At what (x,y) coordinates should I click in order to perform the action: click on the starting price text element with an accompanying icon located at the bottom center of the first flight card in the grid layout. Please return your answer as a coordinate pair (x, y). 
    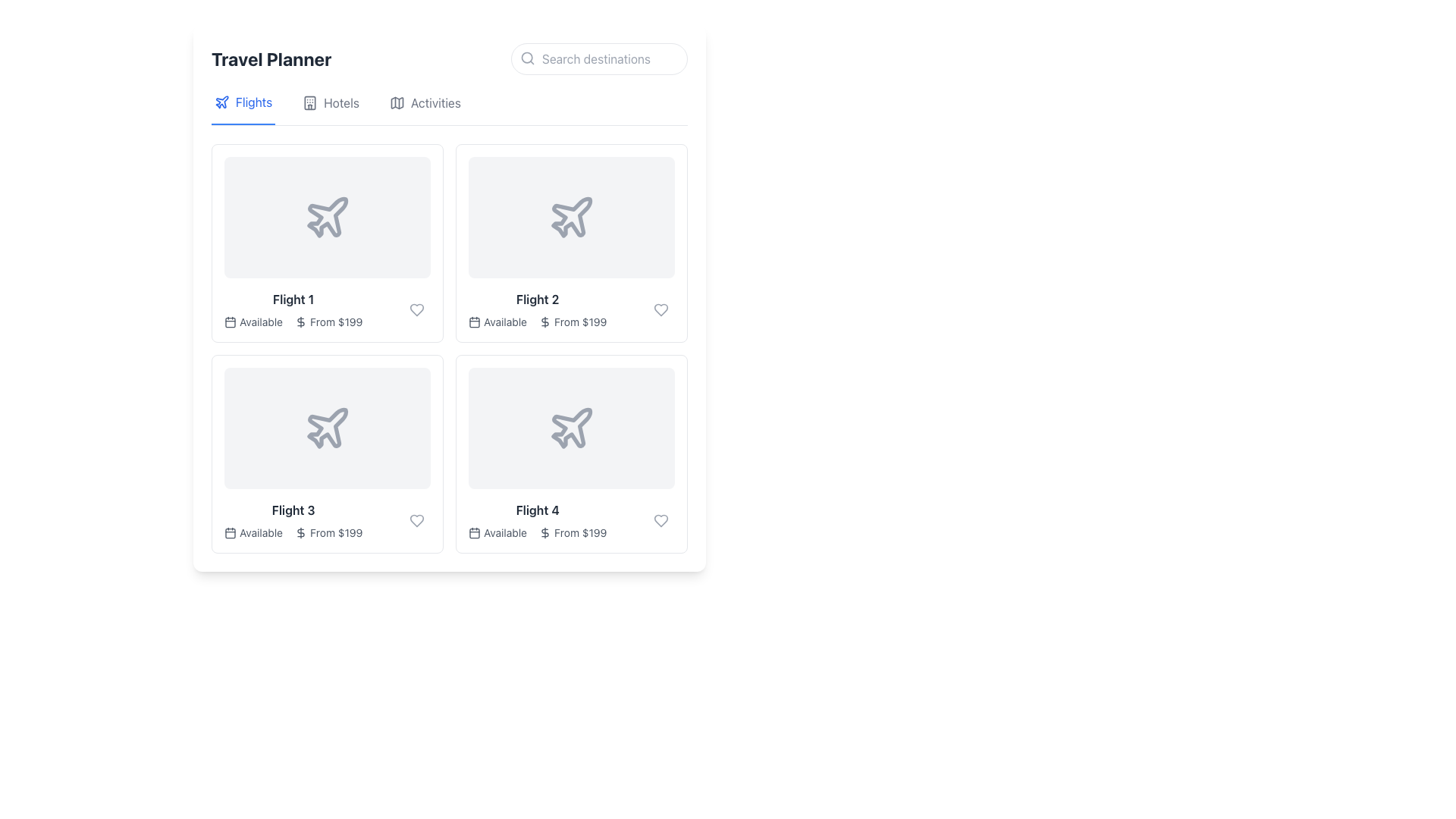
    Looking at the image, I should click on (328, 321).